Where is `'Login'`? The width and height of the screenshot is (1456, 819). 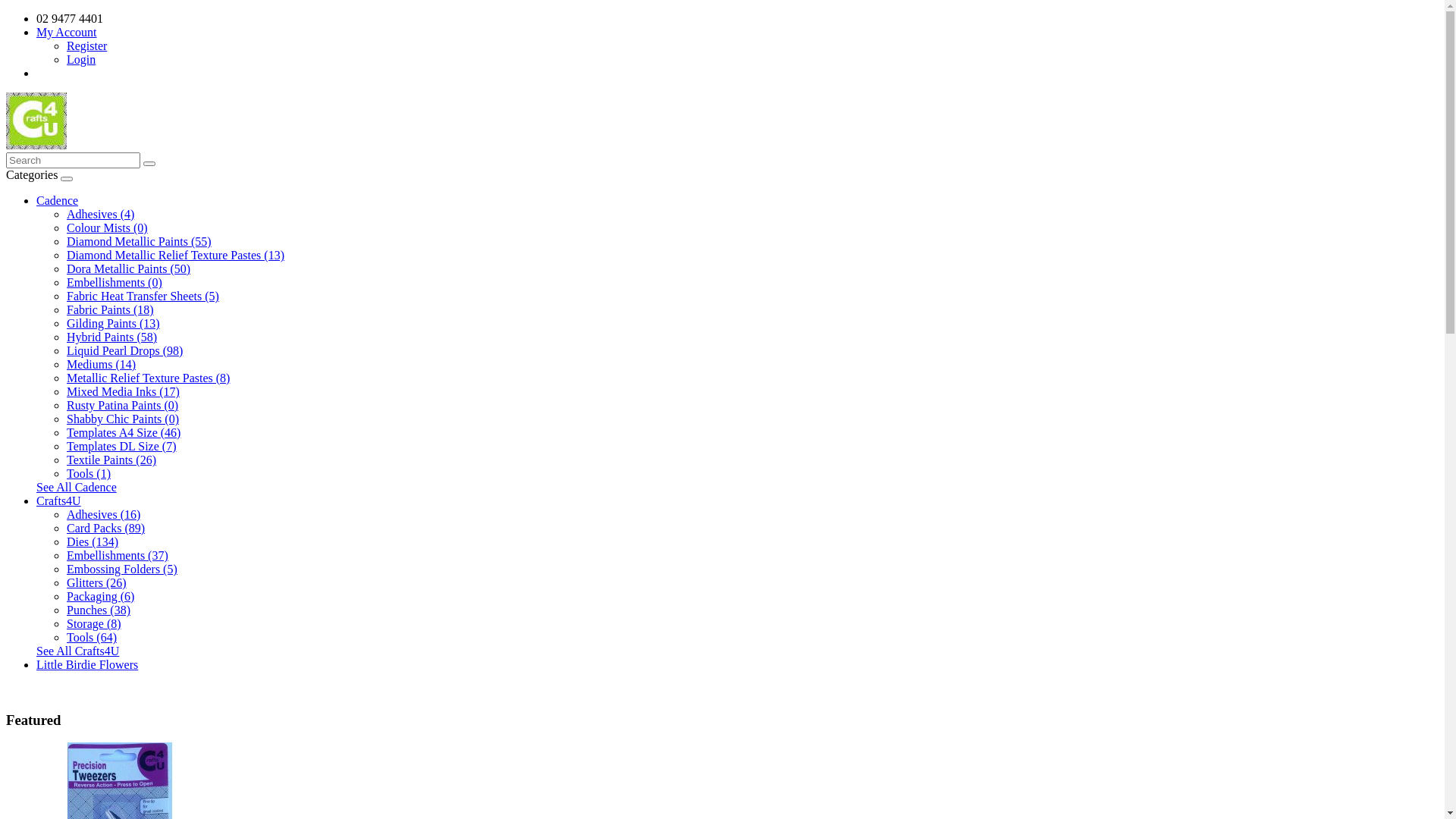 'Login' is located at coordinates (80, 58).